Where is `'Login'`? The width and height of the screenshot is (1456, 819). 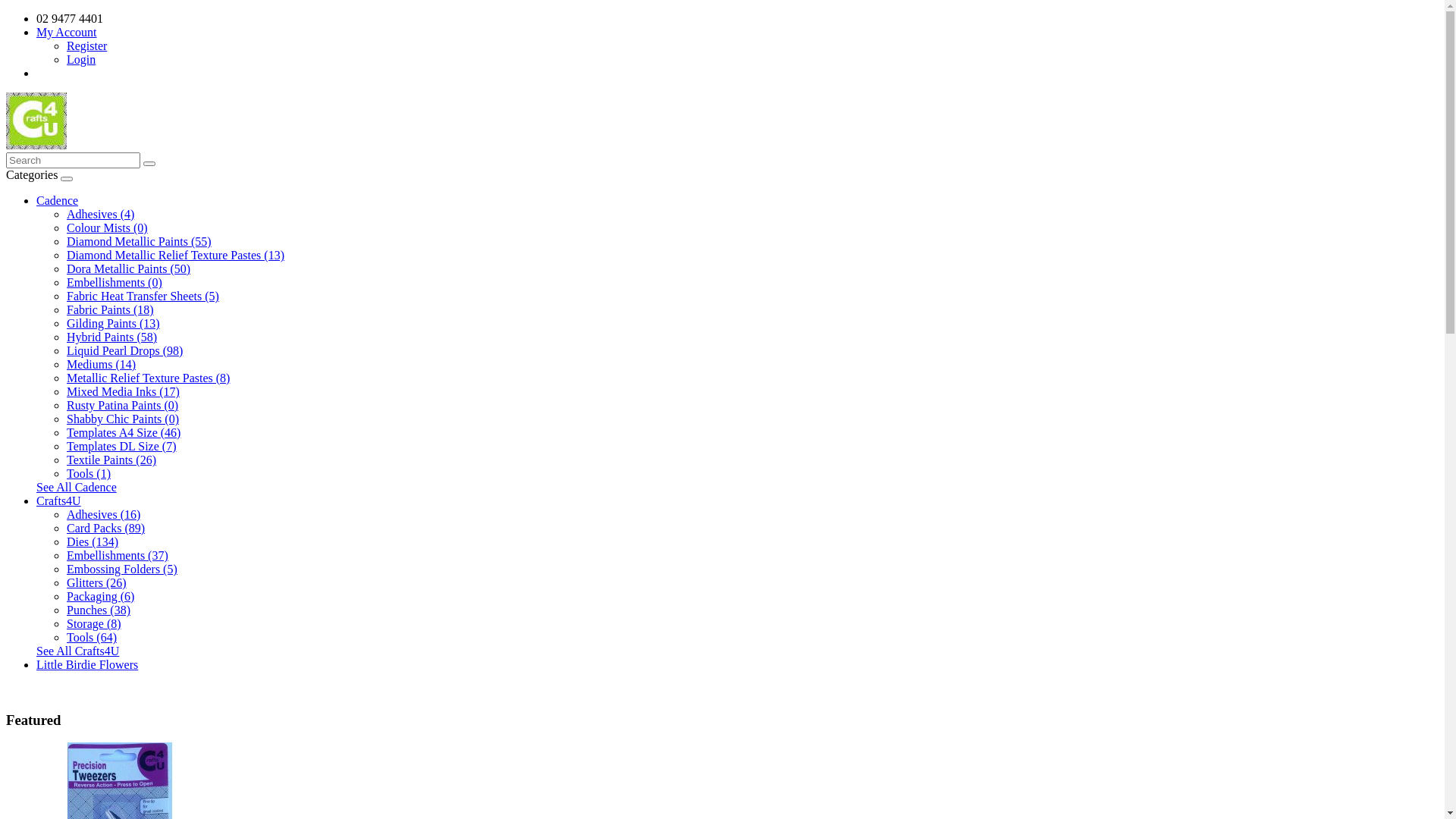 'Login' is located at coordinates (80, 58).